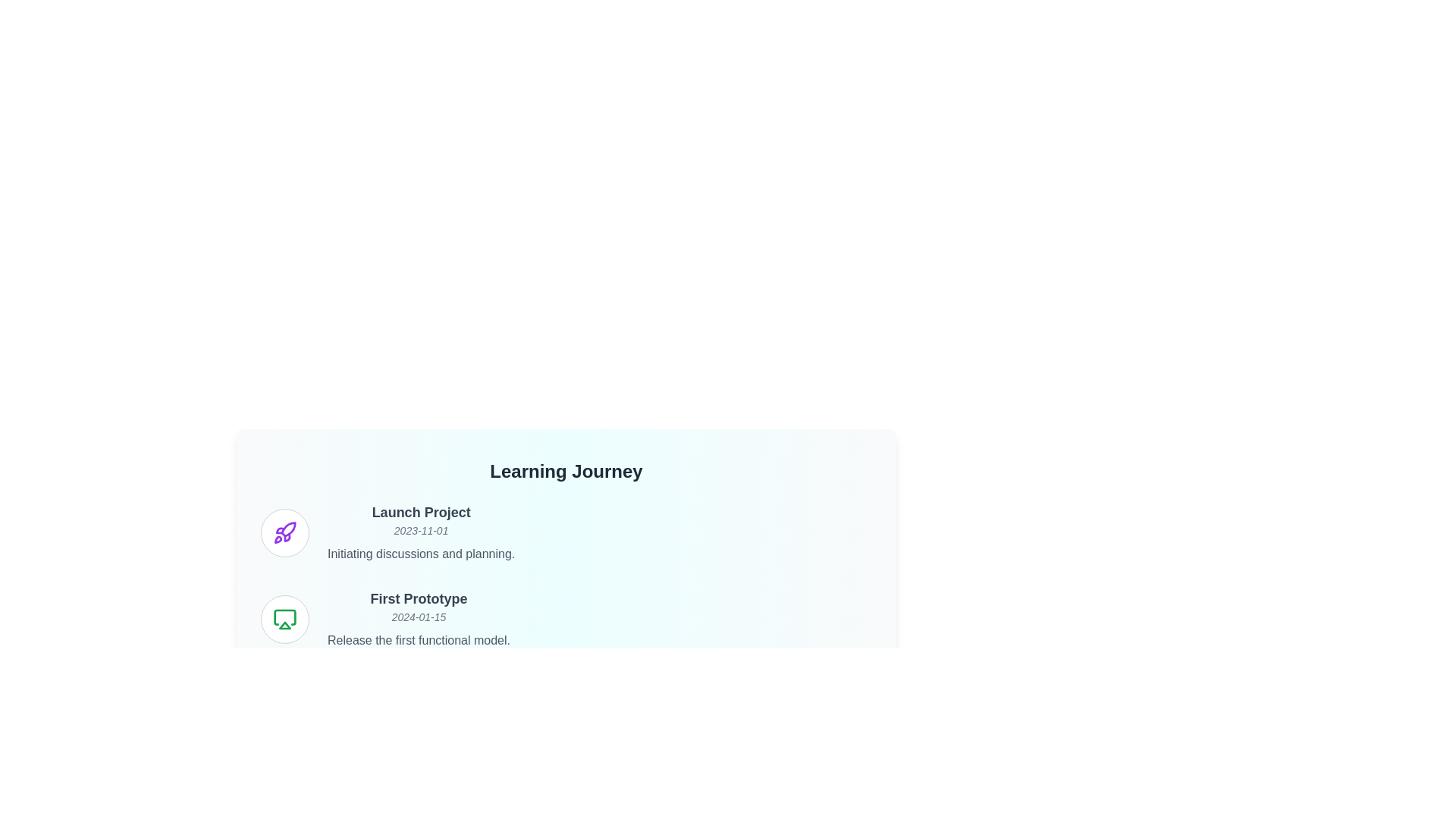 This screenshot has height=819, width=1456. I want to click on the icon representing the 'Launch Project' initiative, located to the left of the text 'Launch Project 2023-11-01 Initiating discussions and planning.', so click(284, 532).